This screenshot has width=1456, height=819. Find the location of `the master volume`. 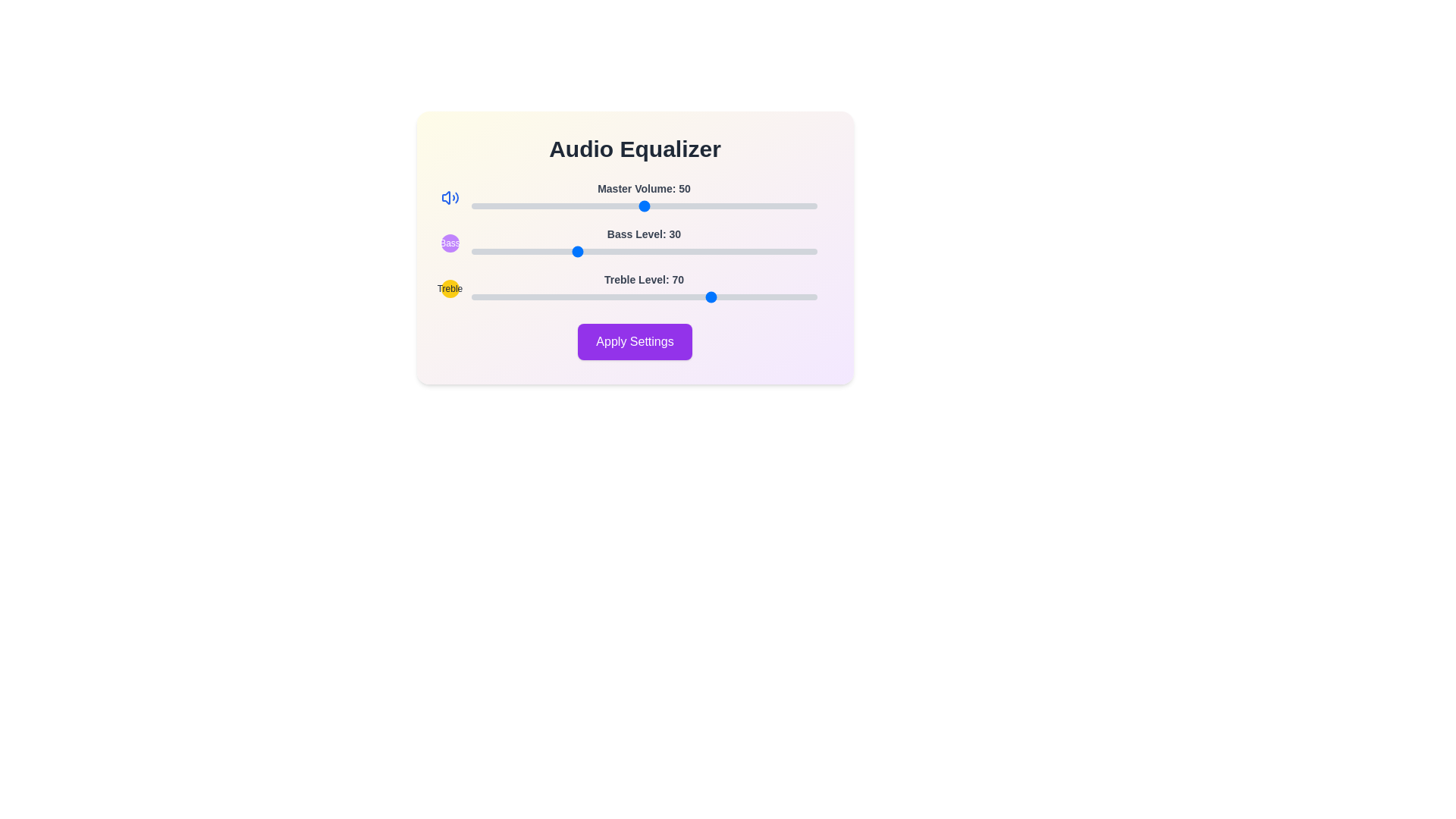

the master volume is located at coordinates (495, 206).